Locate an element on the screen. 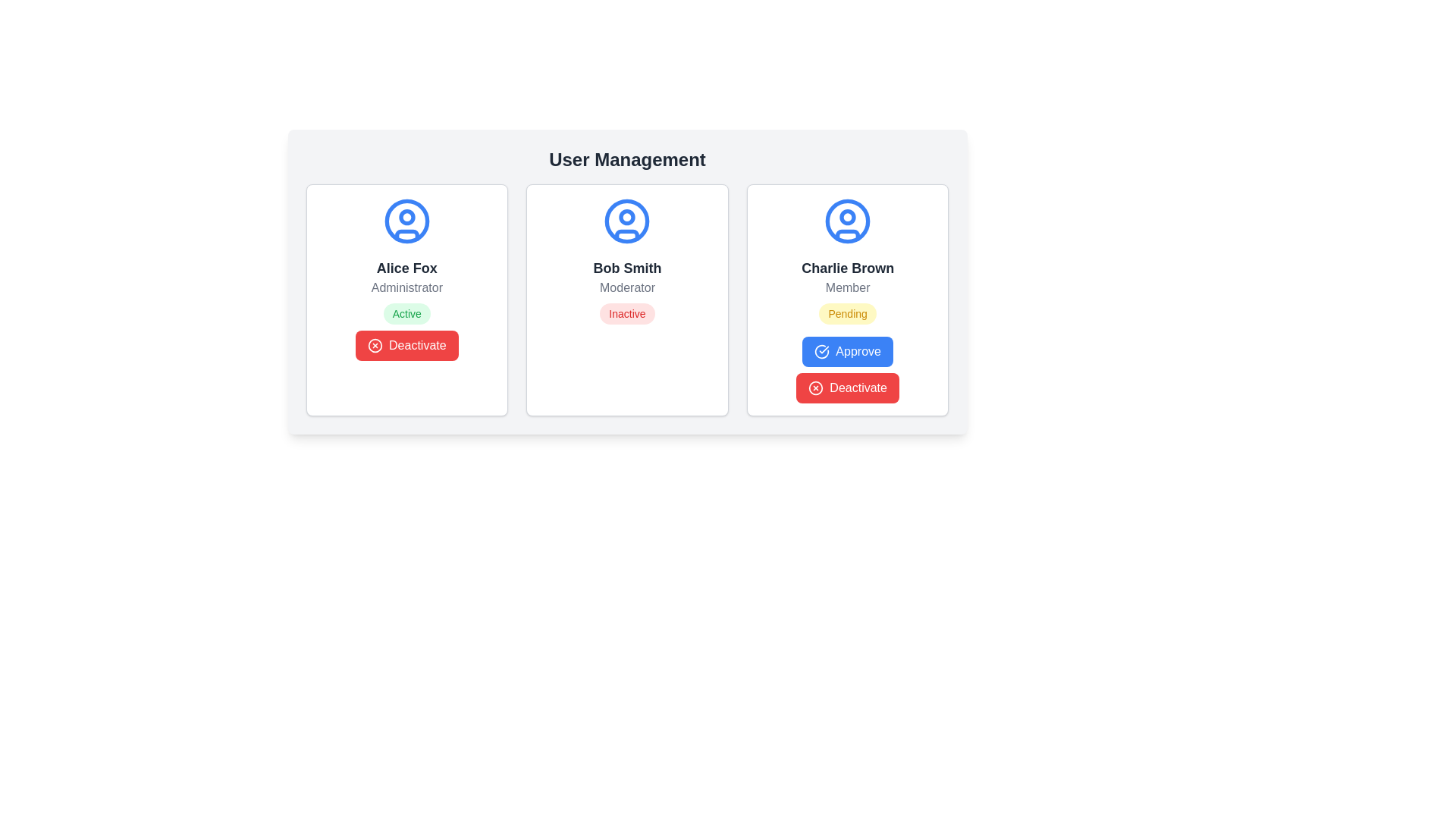  the 'Inactive' status badge with rounded corners, which is located at the bottom of the user card for 'Bob Smith', the Moderator is located at coordinates (627, 312).